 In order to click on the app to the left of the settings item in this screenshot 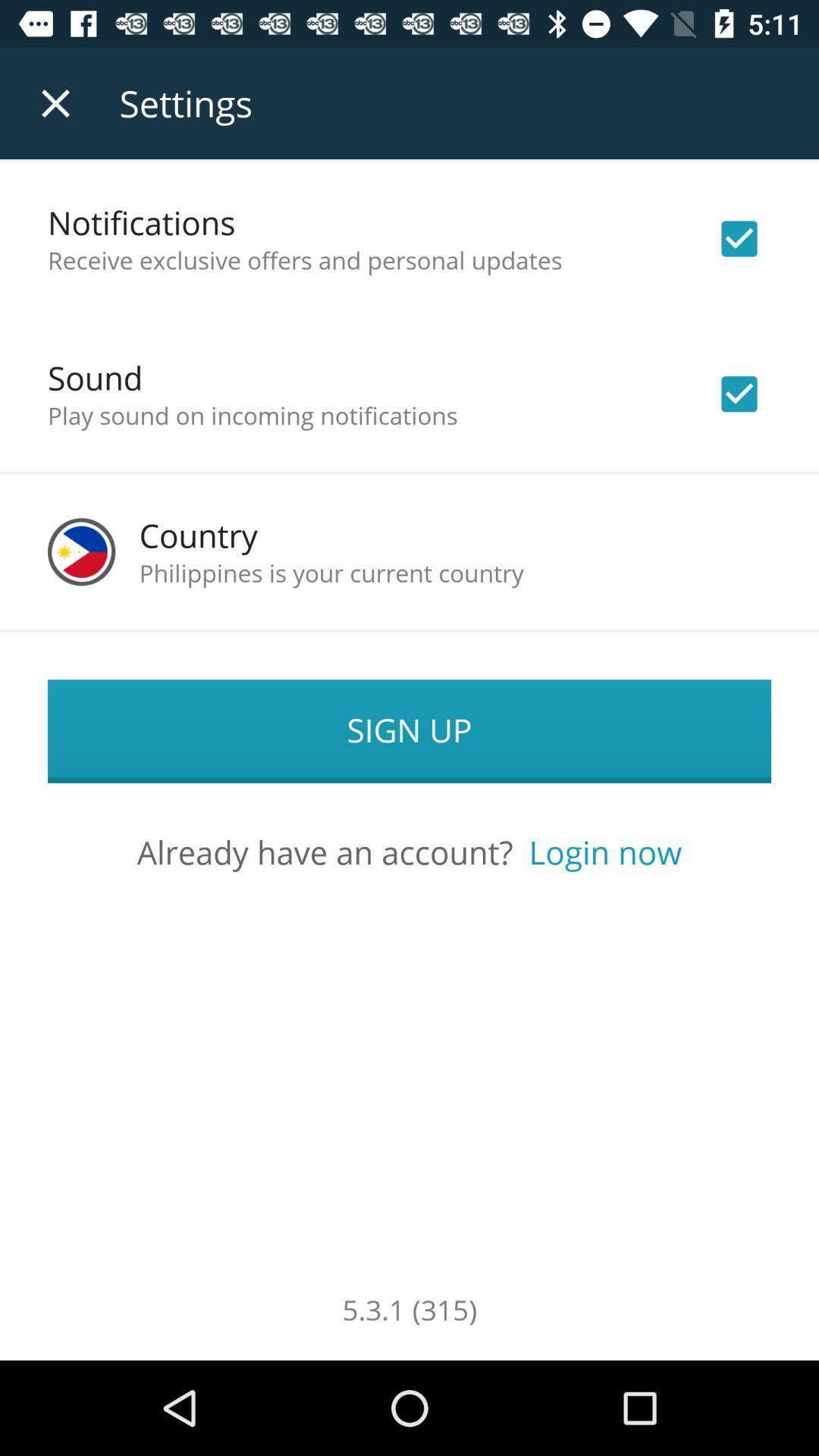, I will do `click(55, 102)`.